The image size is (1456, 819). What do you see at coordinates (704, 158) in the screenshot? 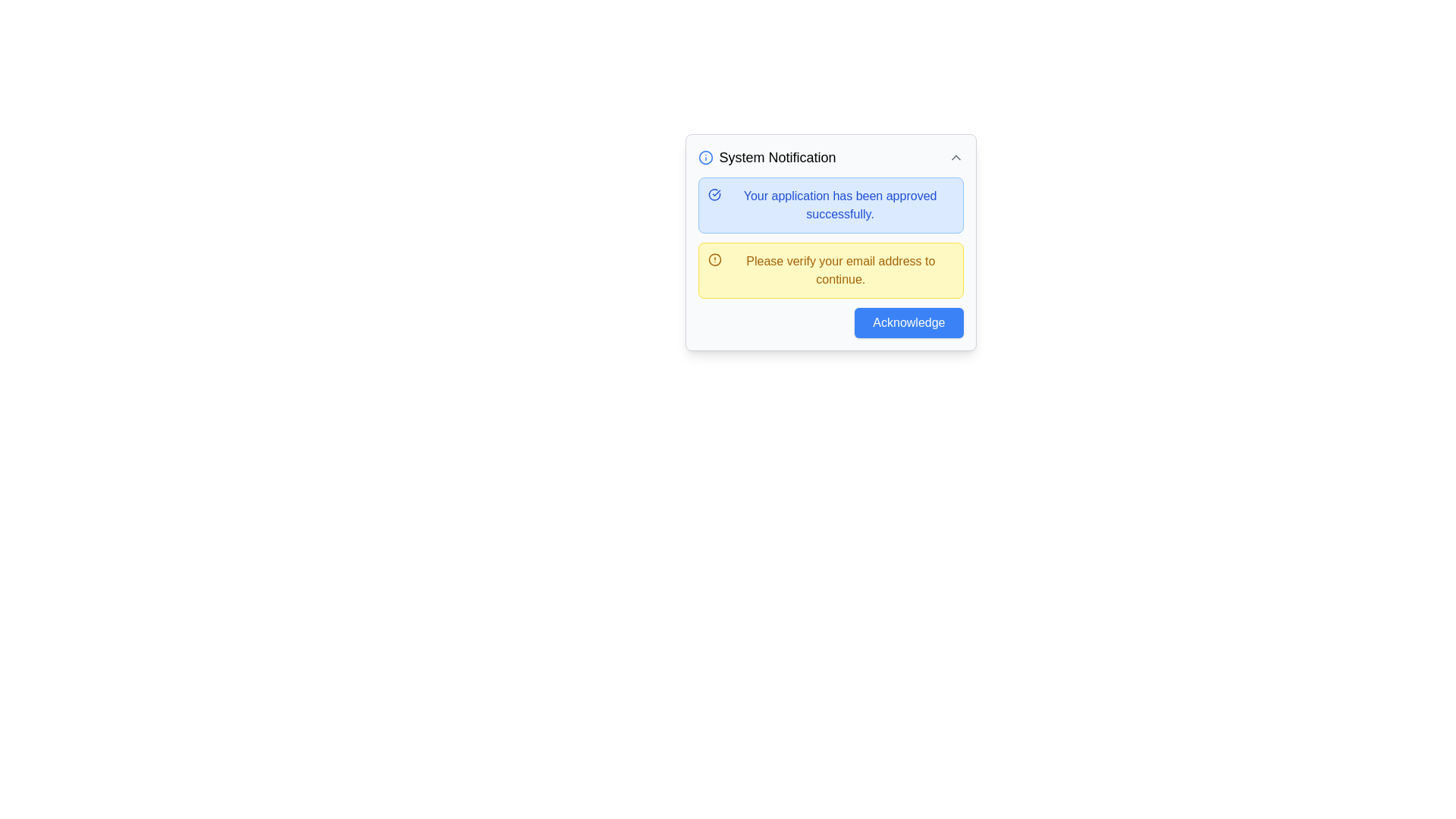
I see `the leftmost icon under the 'System Notification' panel` at bounding box center [704, 158].